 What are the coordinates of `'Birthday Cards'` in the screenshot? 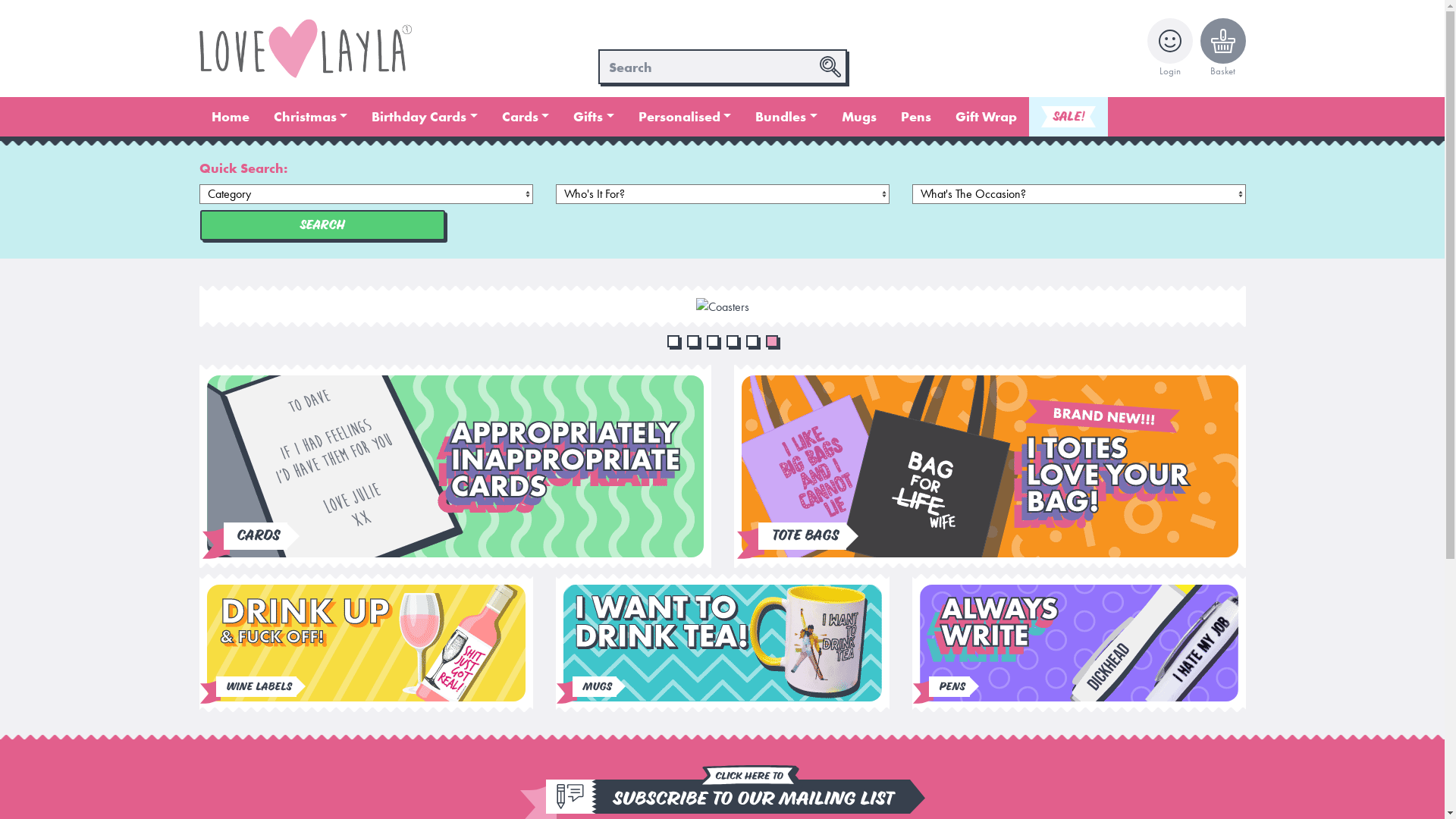 It's located at (425, 116).